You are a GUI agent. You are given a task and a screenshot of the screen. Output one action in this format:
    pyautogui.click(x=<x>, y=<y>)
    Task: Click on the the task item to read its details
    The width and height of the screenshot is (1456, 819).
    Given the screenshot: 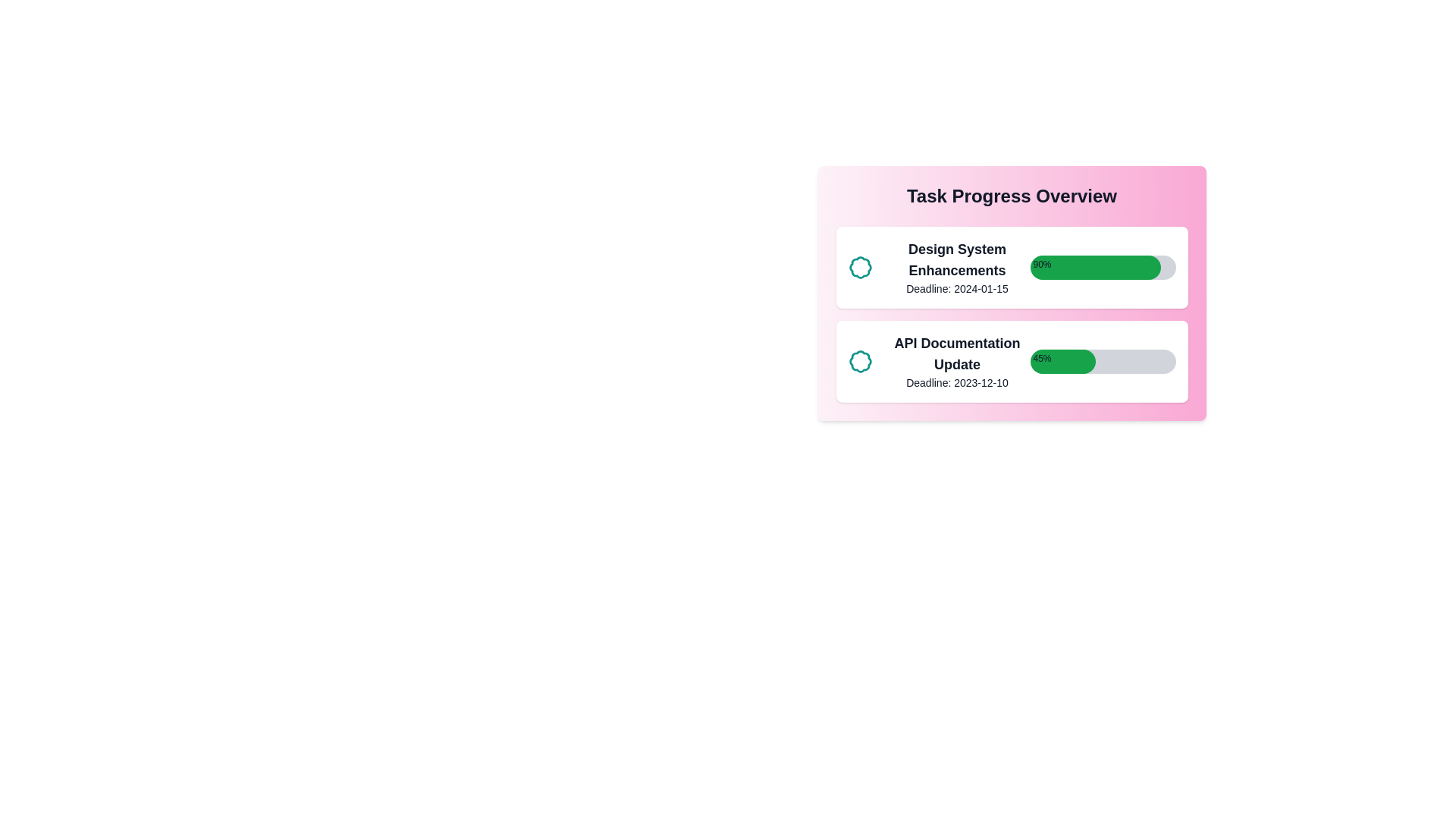 What is the action you would take?
    pyautogui.click(x=1012, y=267)
    